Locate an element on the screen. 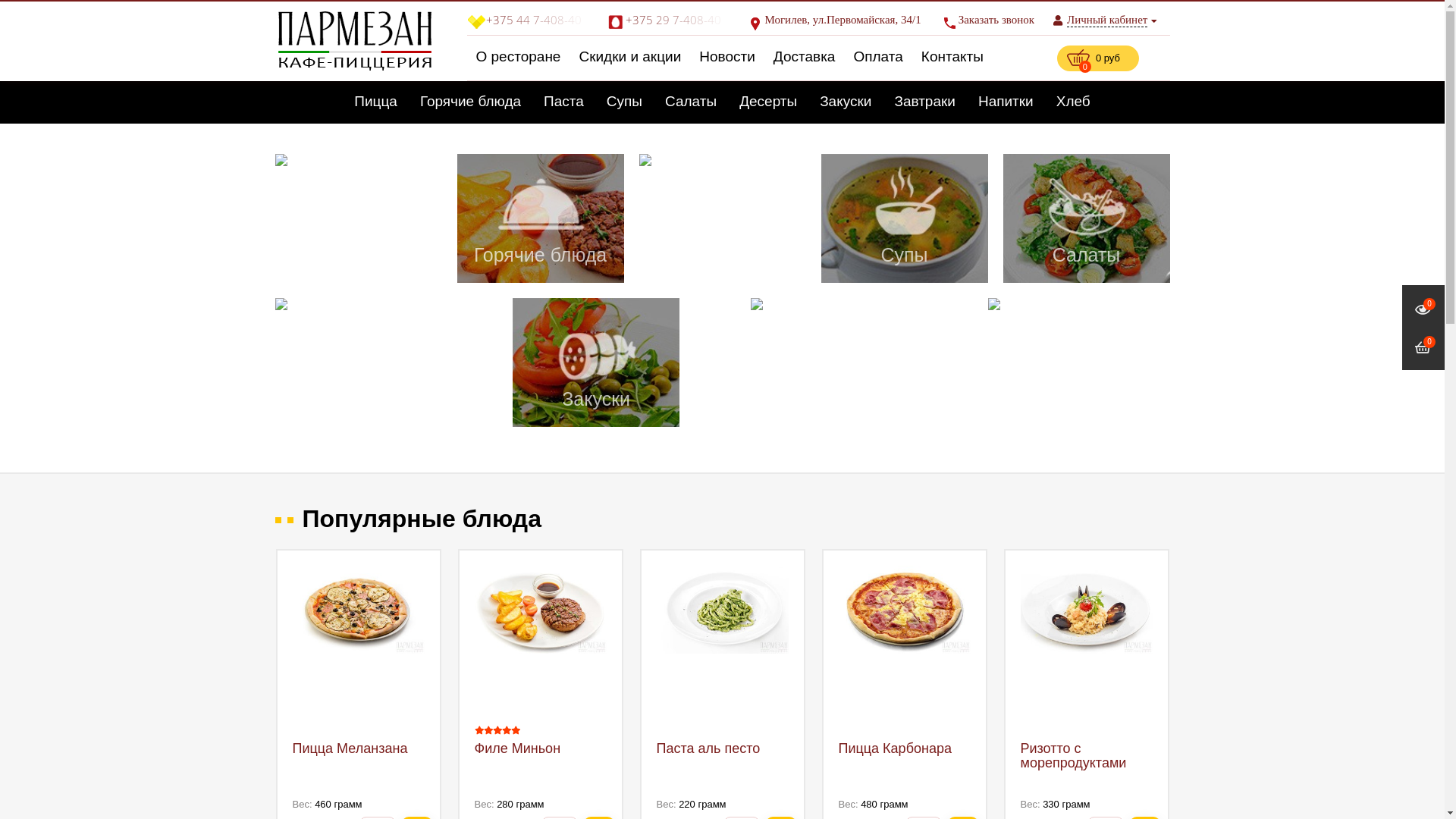  '+375 44 7-408-40' is located at coordinates (466, 20).